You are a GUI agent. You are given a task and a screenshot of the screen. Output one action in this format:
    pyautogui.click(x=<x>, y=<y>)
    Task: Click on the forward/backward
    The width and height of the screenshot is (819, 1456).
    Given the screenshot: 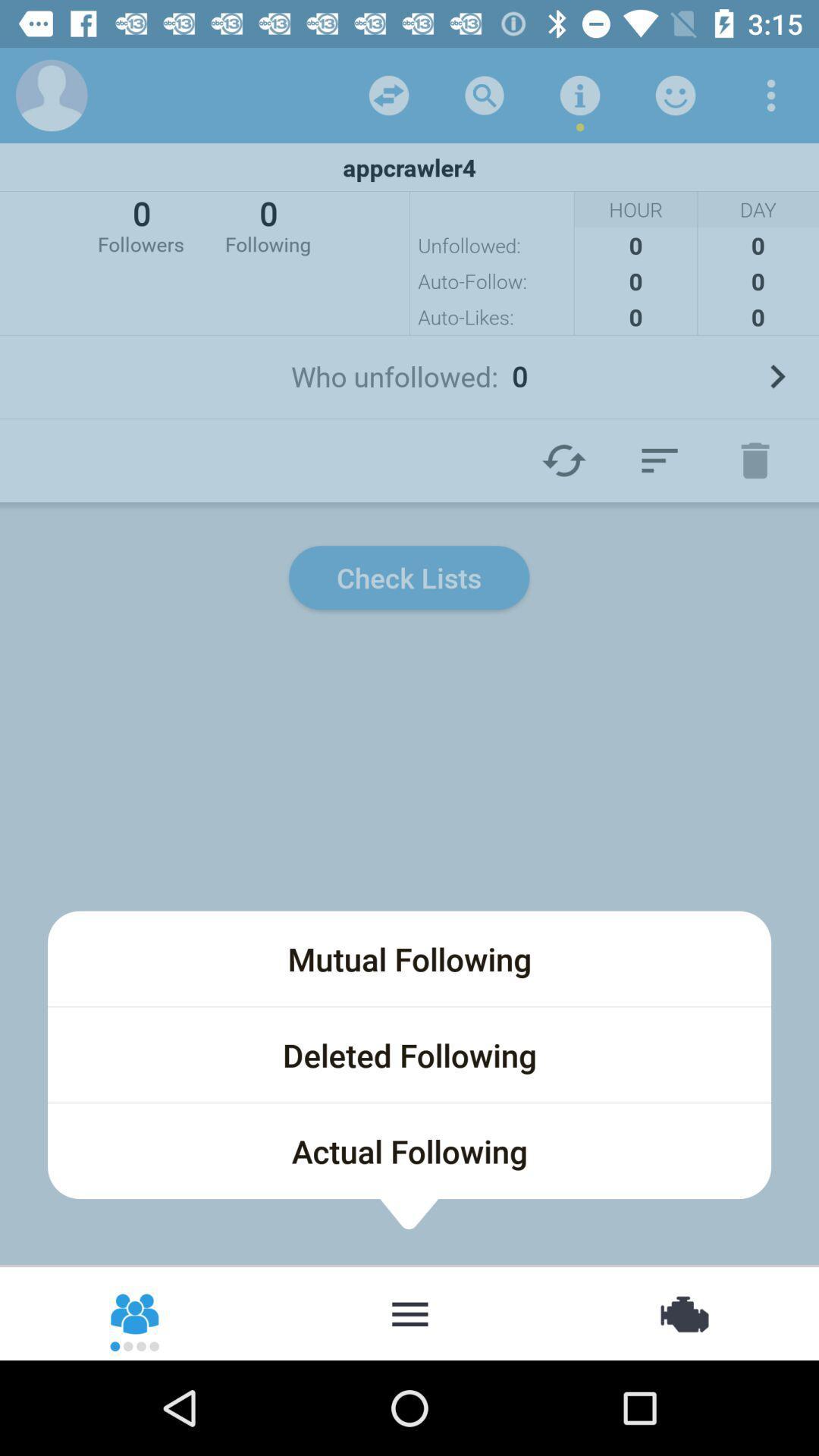 What is the action you would take?
    pyautogui.click(x=388, y=94)
    